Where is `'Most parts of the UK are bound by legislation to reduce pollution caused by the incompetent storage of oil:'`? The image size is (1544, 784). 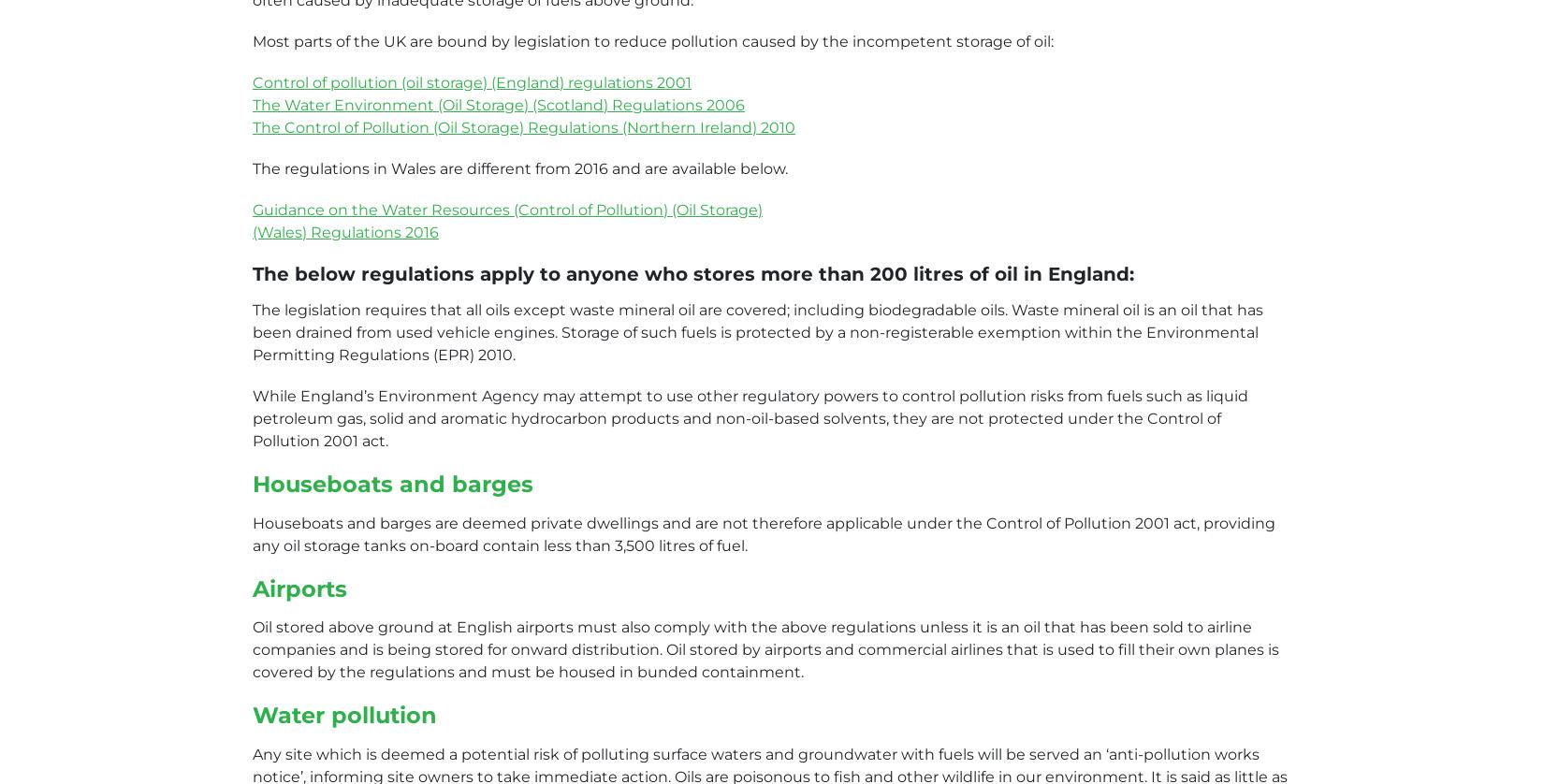 'Most parts of the UK are bound by legislation to reduce pollution caused by the incompetent storage of oil:' is located at coordinates (651, 40).